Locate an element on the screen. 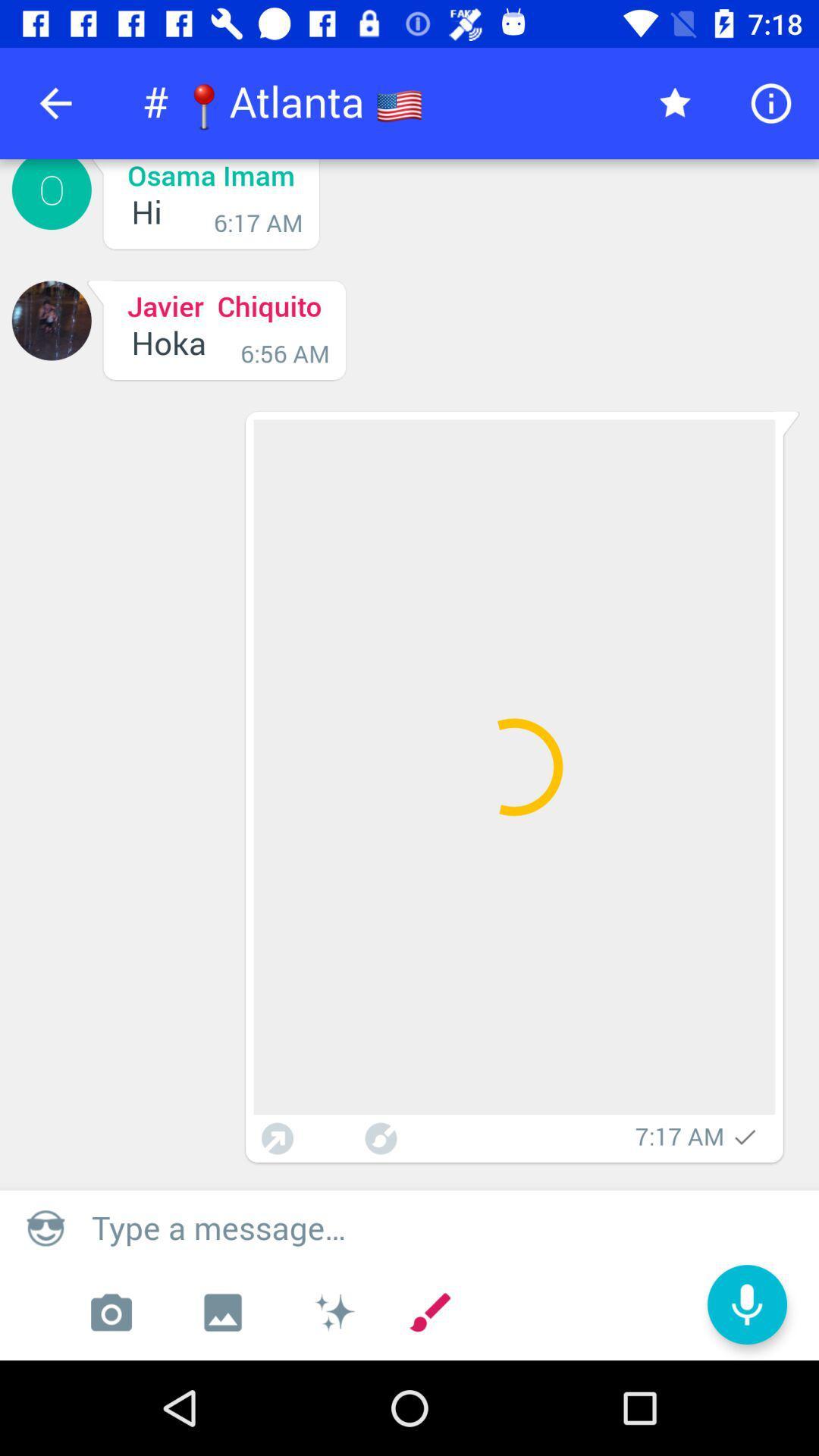 The width and height of the screenshot is (819, 1456). the photo icon is located at coordinates (110, 1312).